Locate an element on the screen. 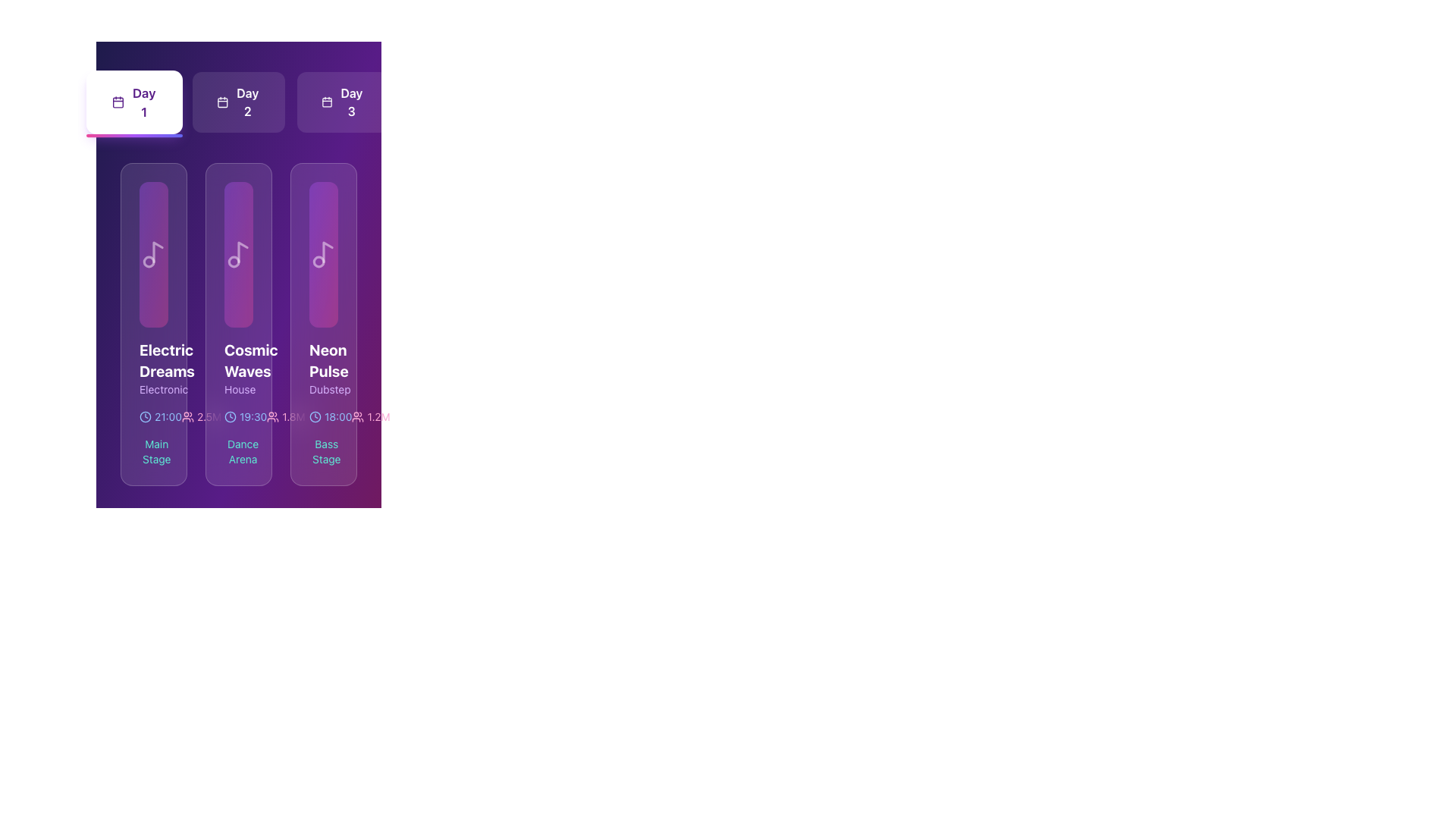 Image resolution: width=1456 pixels, height=819 pixels. the calendar icon, which is a compact SVG graphic with a dark outline, positioned to the left of the 'Day 2' label in the menu tab is located at coordinates (222, 102).